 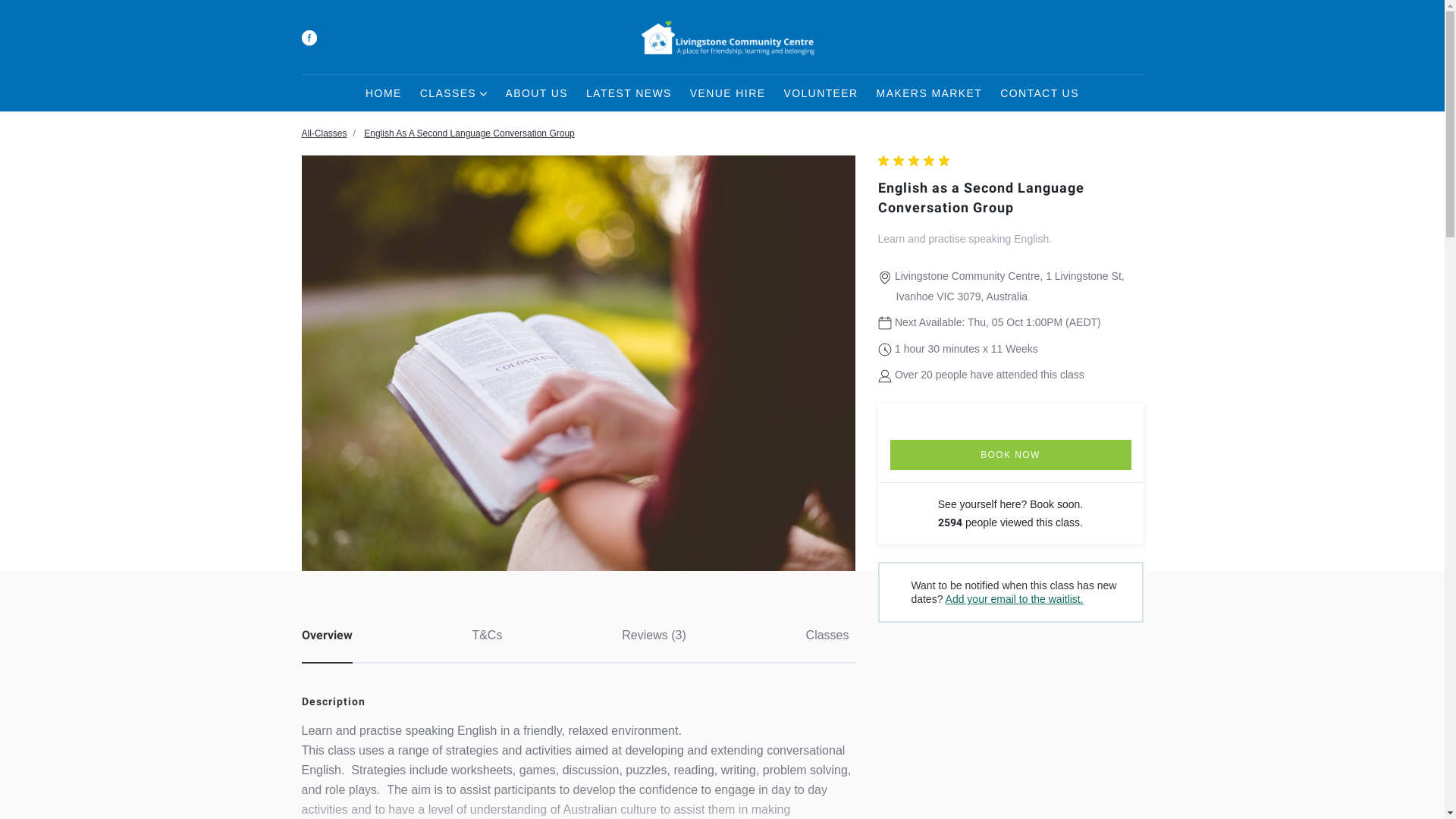 What do you see at coordinates (928, 93) in the screenshot?
I see `'MAKERS MARKET'` at bounding box center [928, 93].